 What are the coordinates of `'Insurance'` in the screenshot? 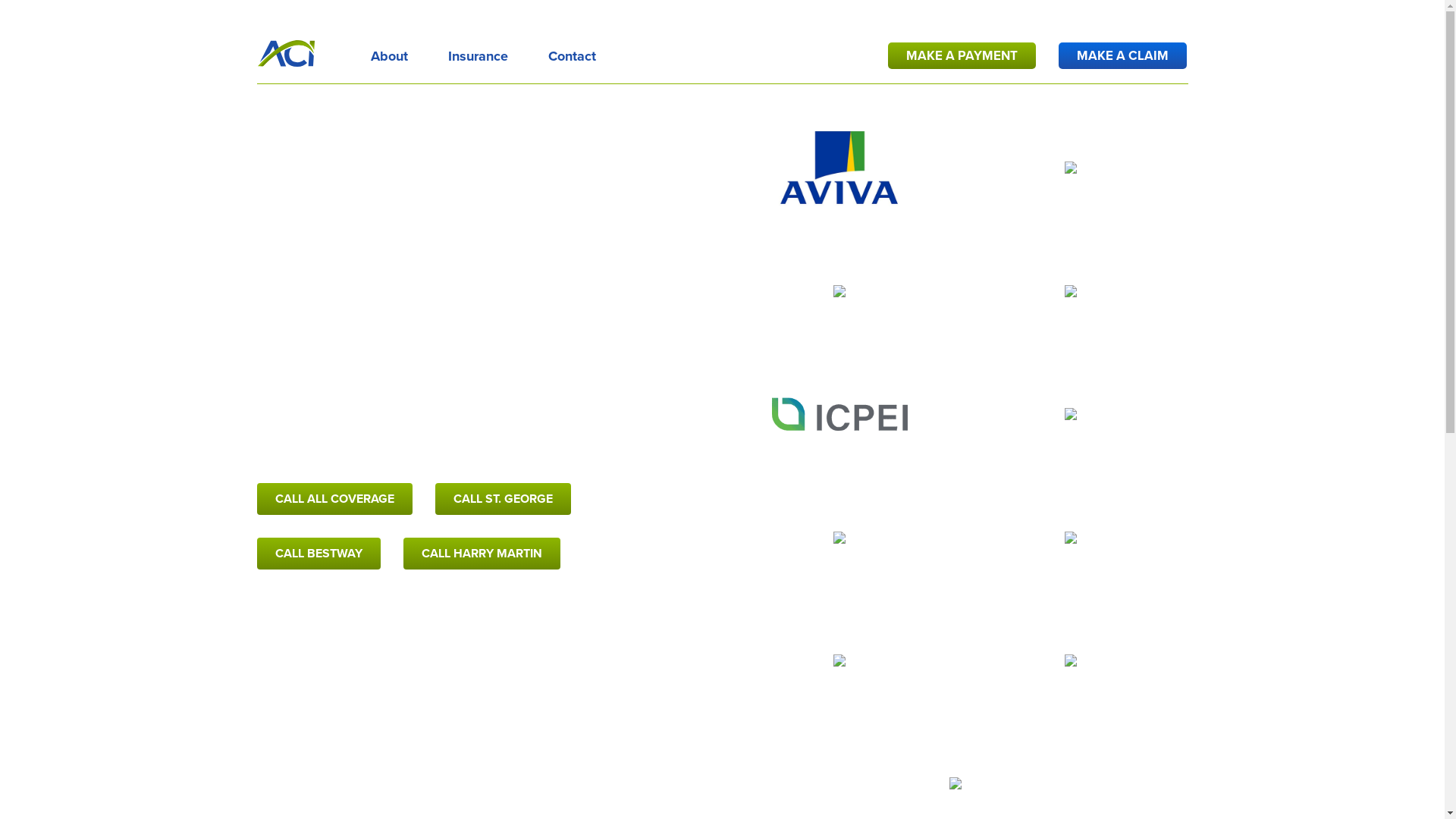 It's located at (476, 52).